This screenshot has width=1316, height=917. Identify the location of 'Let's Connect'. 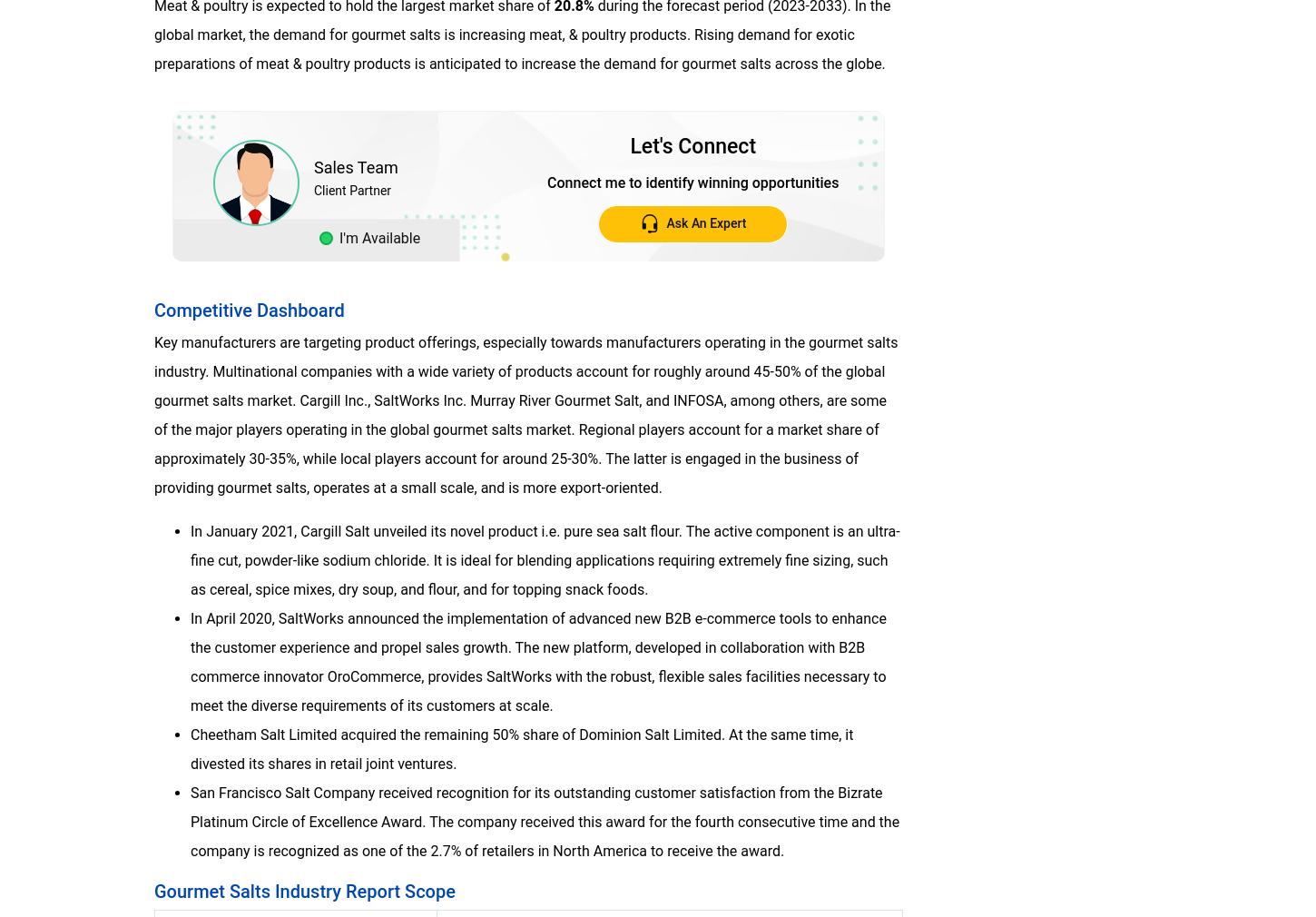
(692, 144).